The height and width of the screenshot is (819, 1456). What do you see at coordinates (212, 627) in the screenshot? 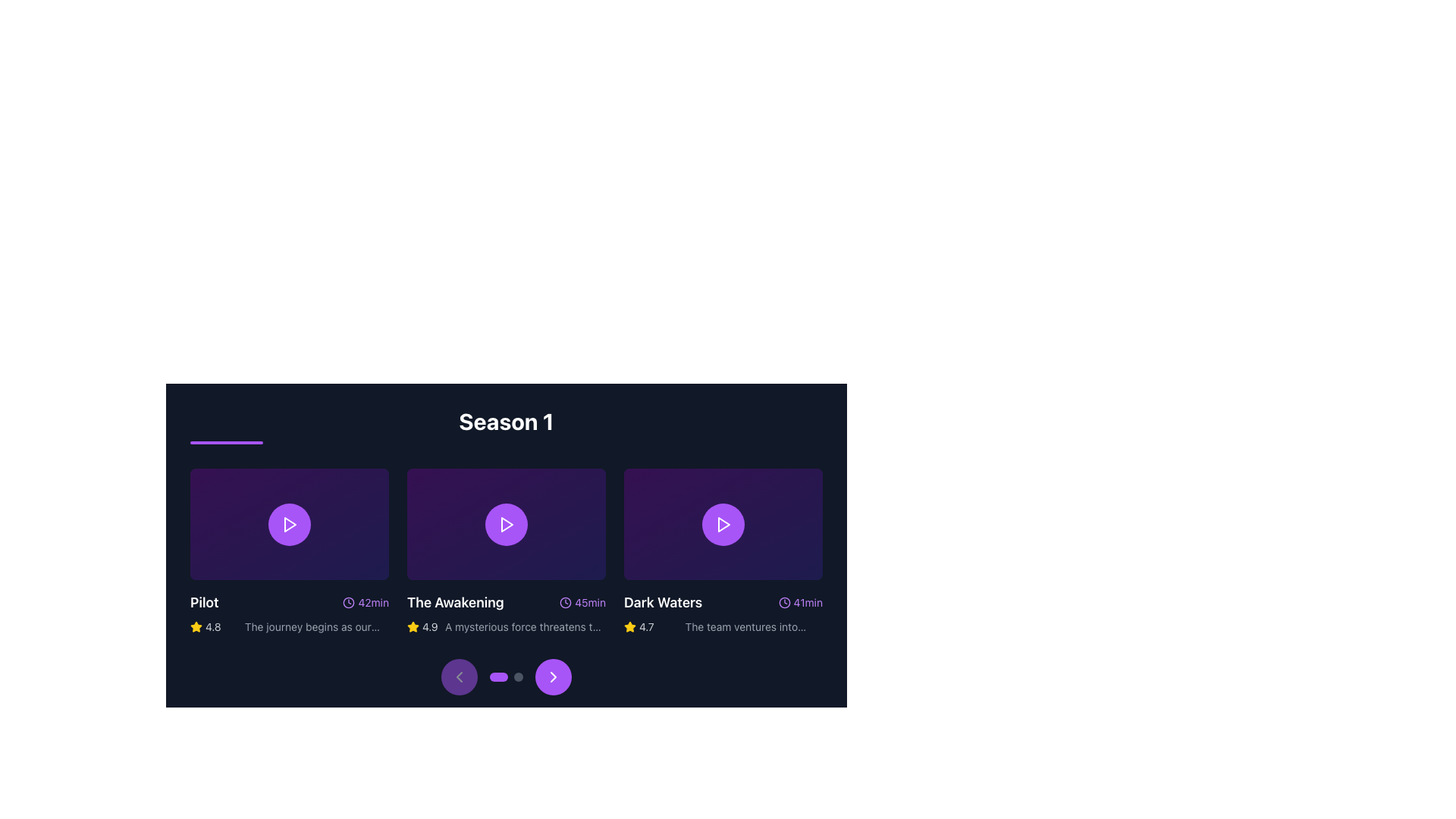
I see `the text label that conveys the rating value for the associated item, located in the bottom-left section of the first card, to the right of the yellow star icon` at bounding box center [212, 627].